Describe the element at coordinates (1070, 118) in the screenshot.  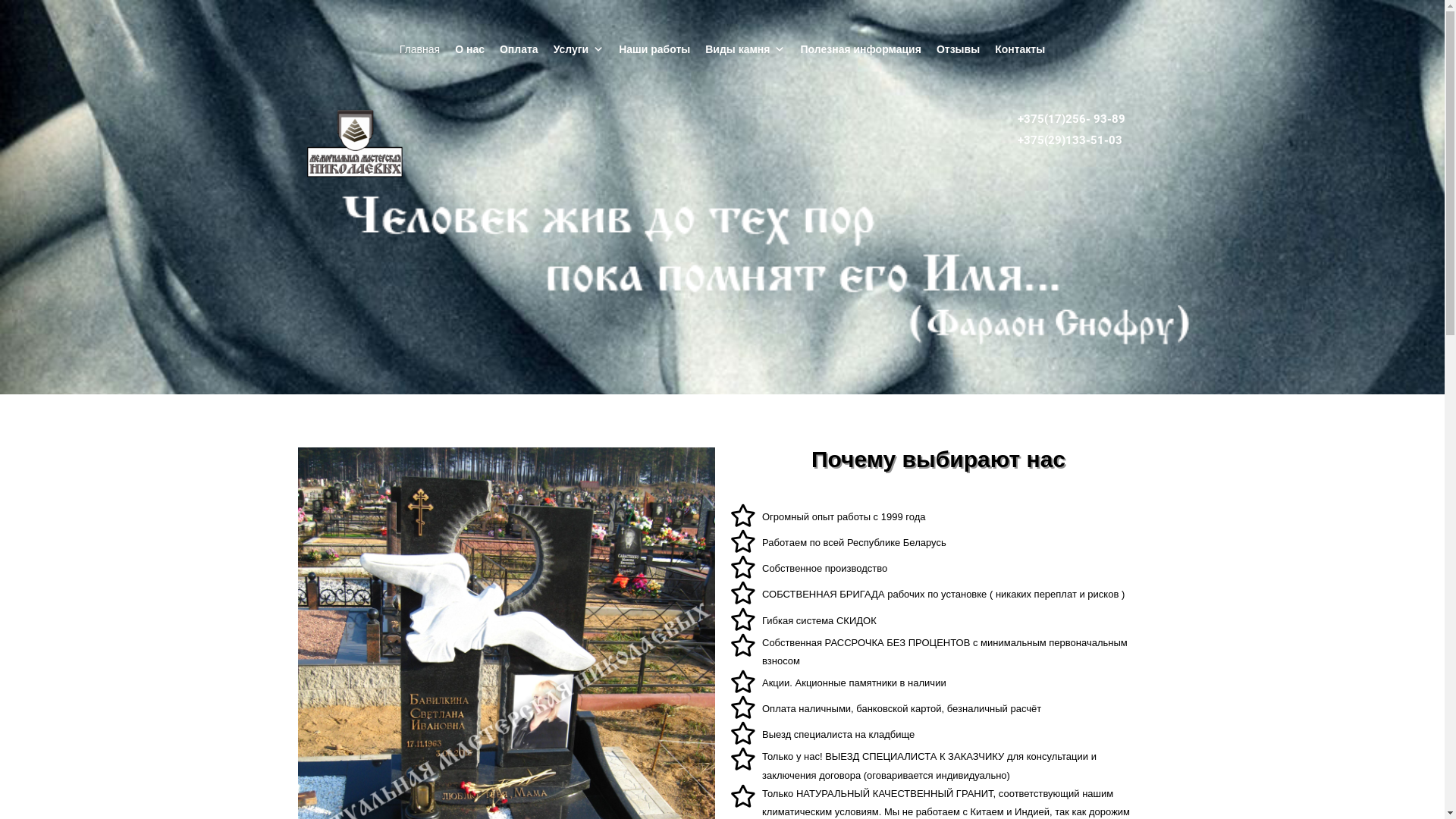
I see `'+375(17)256- 93-89'` at that location.